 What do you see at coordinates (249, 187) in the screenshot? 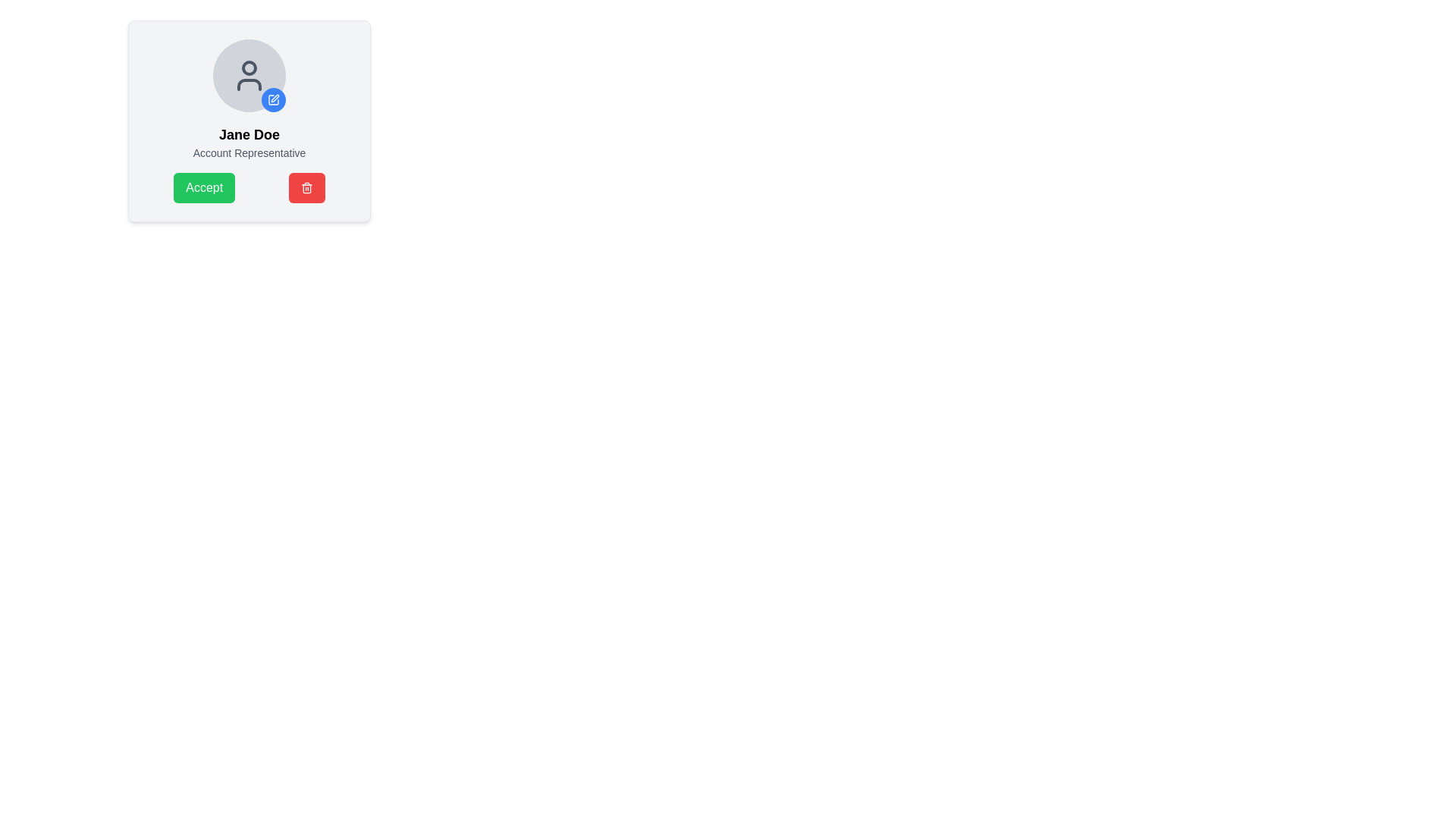
I see `the confirm button located in the bottom left of the user profile card` at bounding box center [249, 187].